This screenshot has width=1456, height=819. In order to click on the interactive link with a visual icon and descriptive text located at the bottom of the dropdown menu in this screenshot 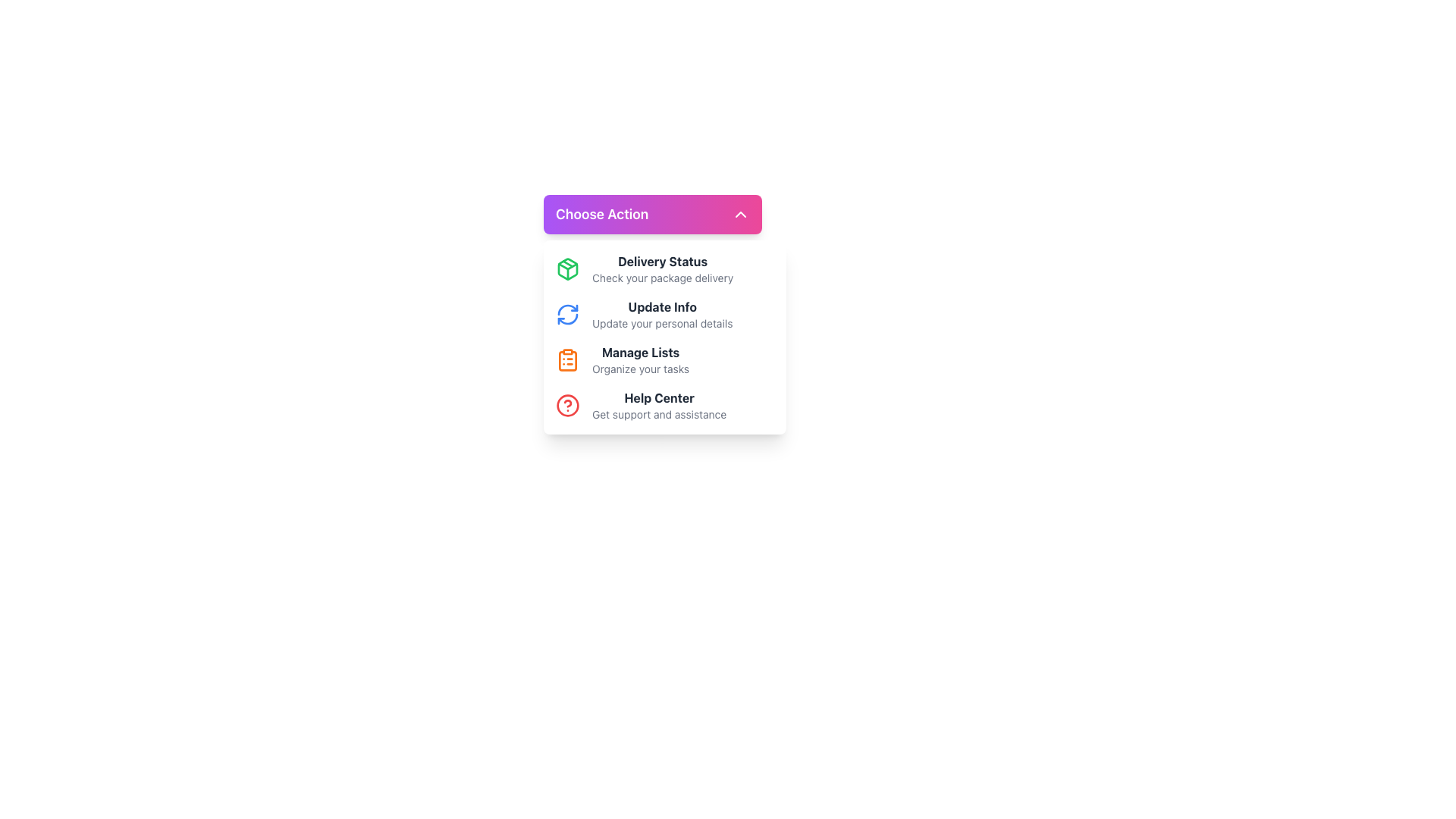, I will do `click(665, 405)`.